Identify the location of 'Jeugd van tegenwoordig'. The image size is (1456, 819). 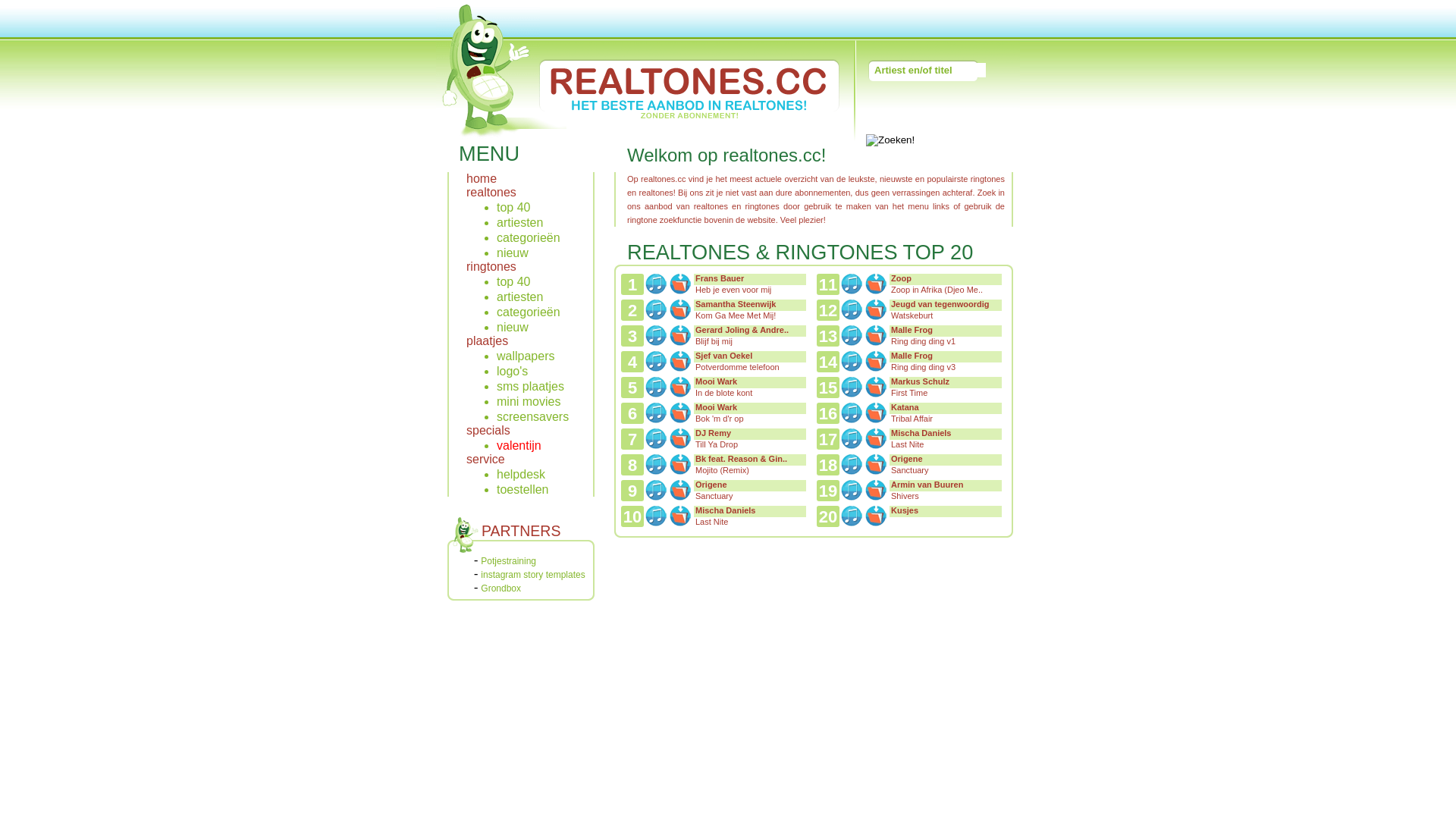
(891, 304).